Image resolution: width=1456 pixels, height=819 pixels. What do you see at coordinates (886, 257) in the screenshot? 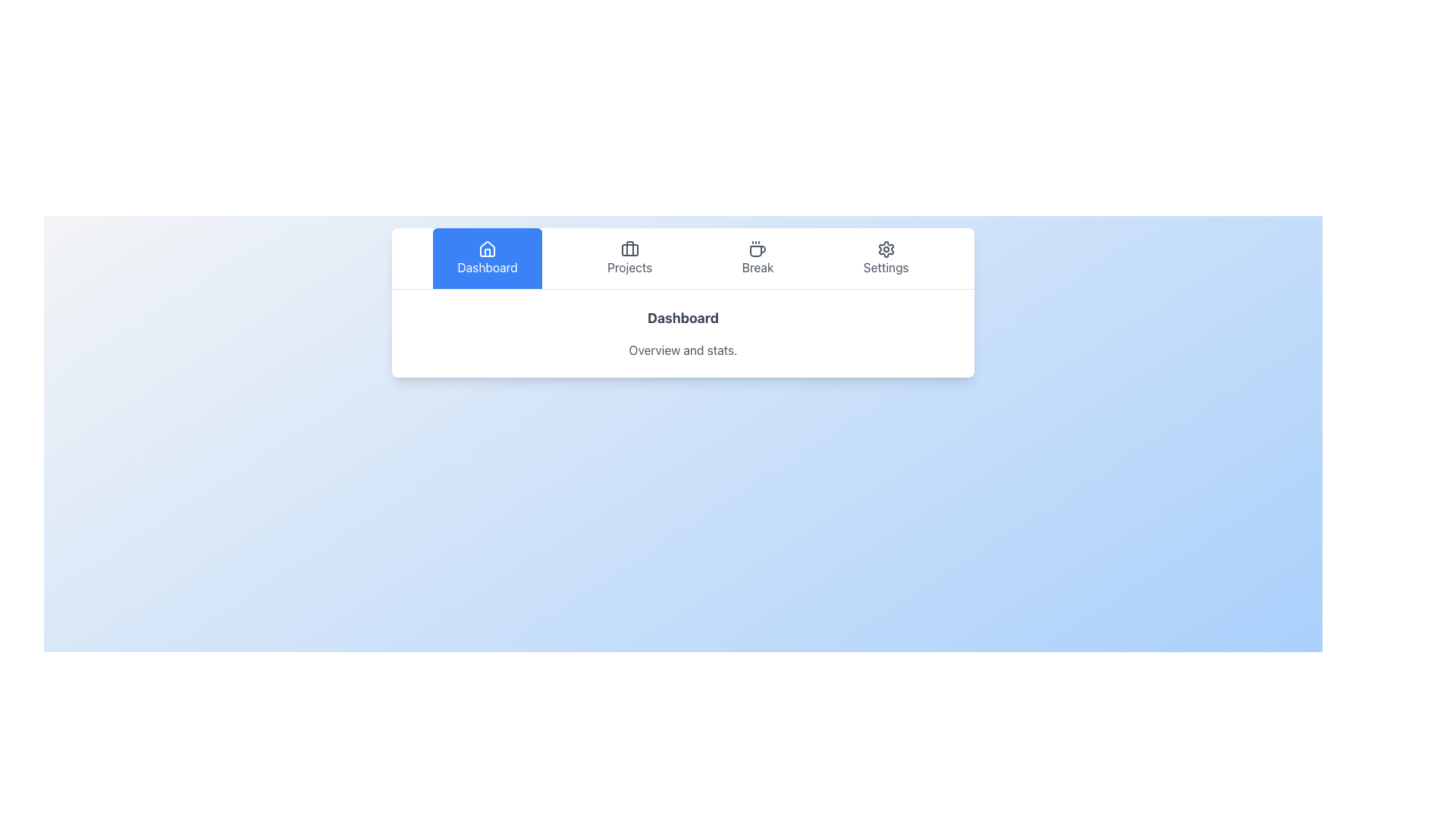
I see `the 'Settings' tab styled button, which features a gear icon above the text 'Settings' and is positioned at the far right of the navigation bar` at bounding box center [886, 257].